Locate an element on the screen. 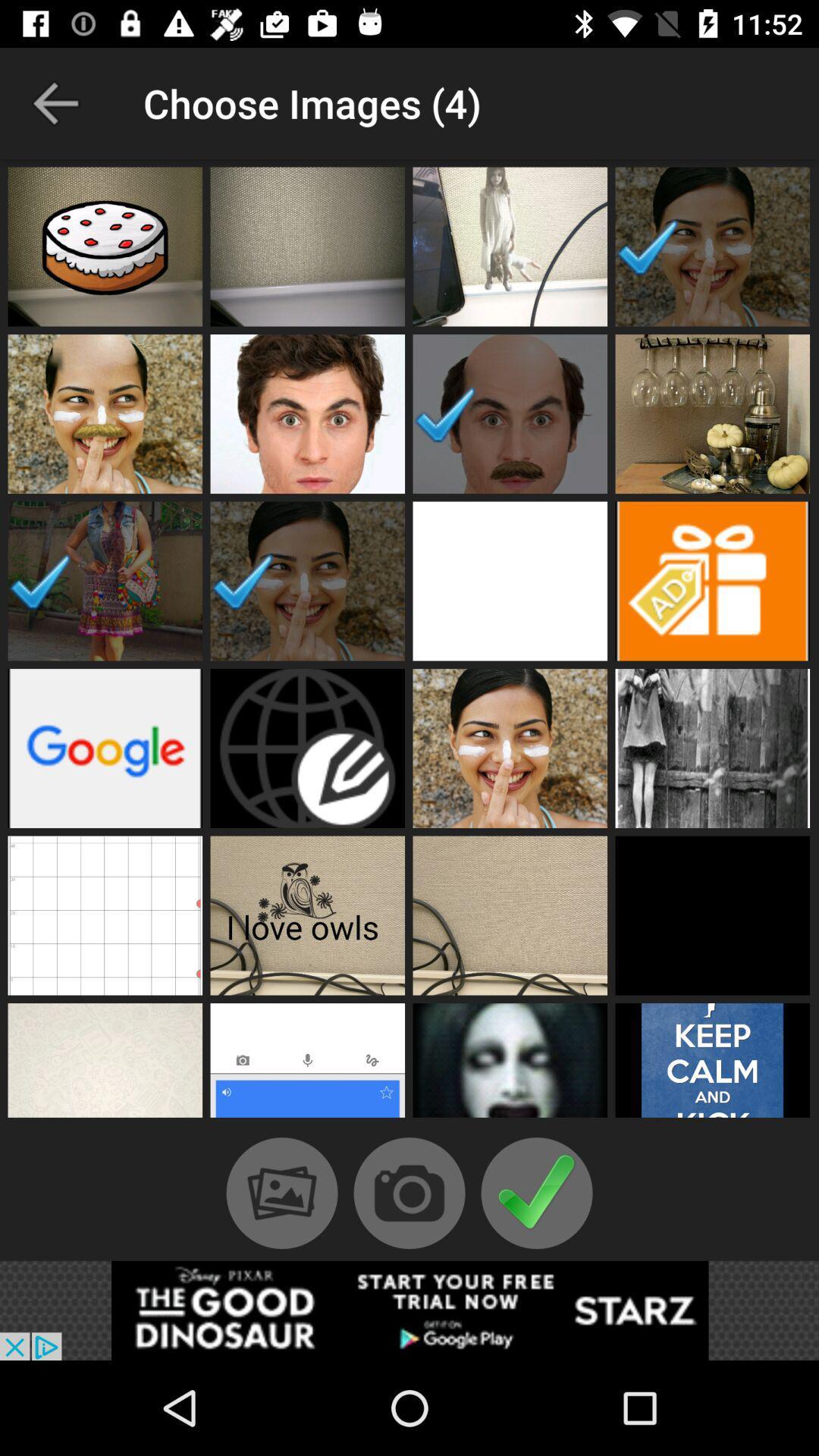  open profile is located at coordinates (307, 915).